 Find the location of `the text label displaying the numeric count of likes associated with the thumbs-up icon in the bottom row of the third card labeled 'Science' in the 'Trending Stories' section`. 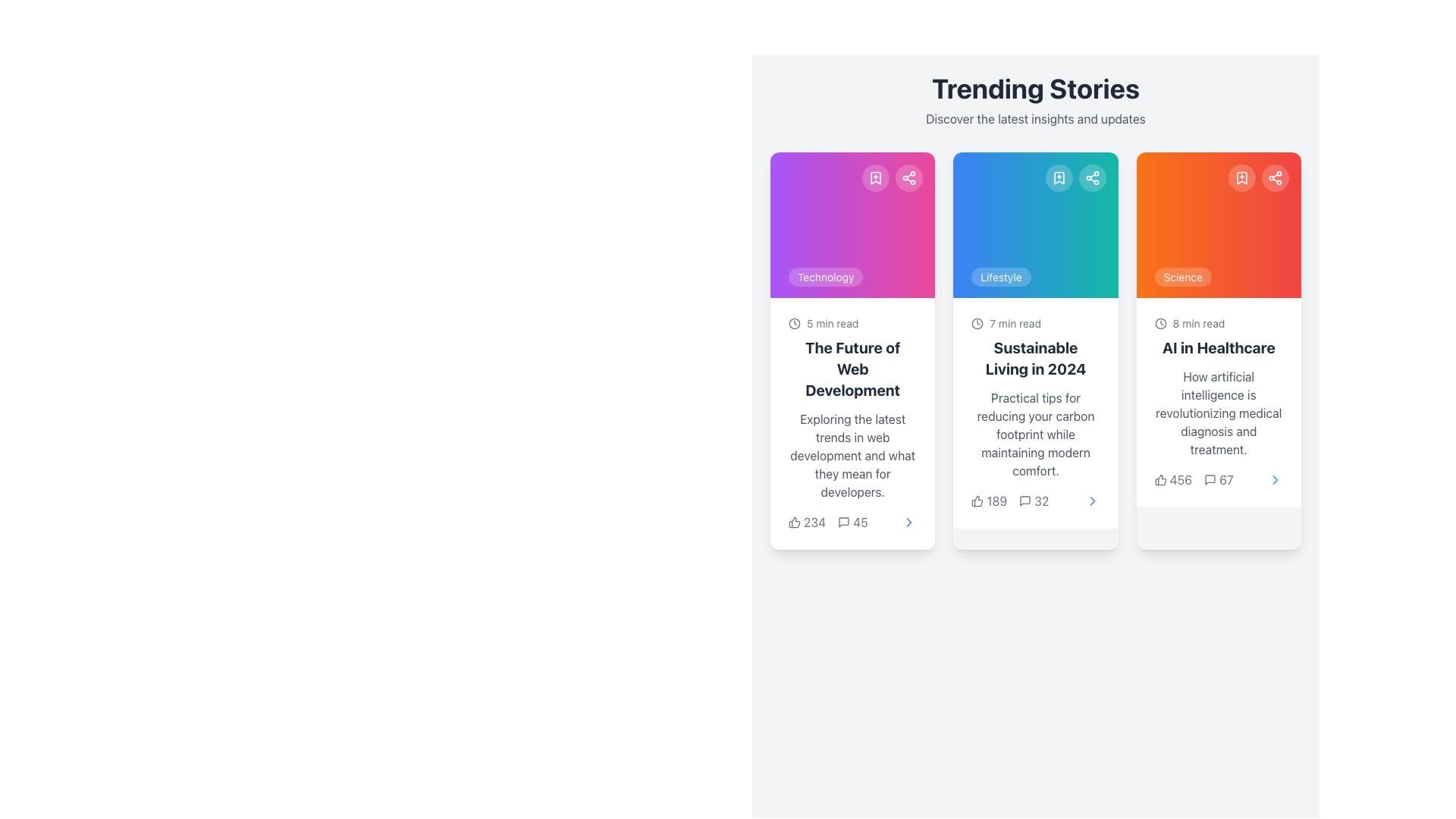

the text label displaying the numeric count of likes associated with the thumbs-up icon in the bottom row of the third card labeled 'Science' in the 'Trending Stories' section is located at coordinates (1180, 479).